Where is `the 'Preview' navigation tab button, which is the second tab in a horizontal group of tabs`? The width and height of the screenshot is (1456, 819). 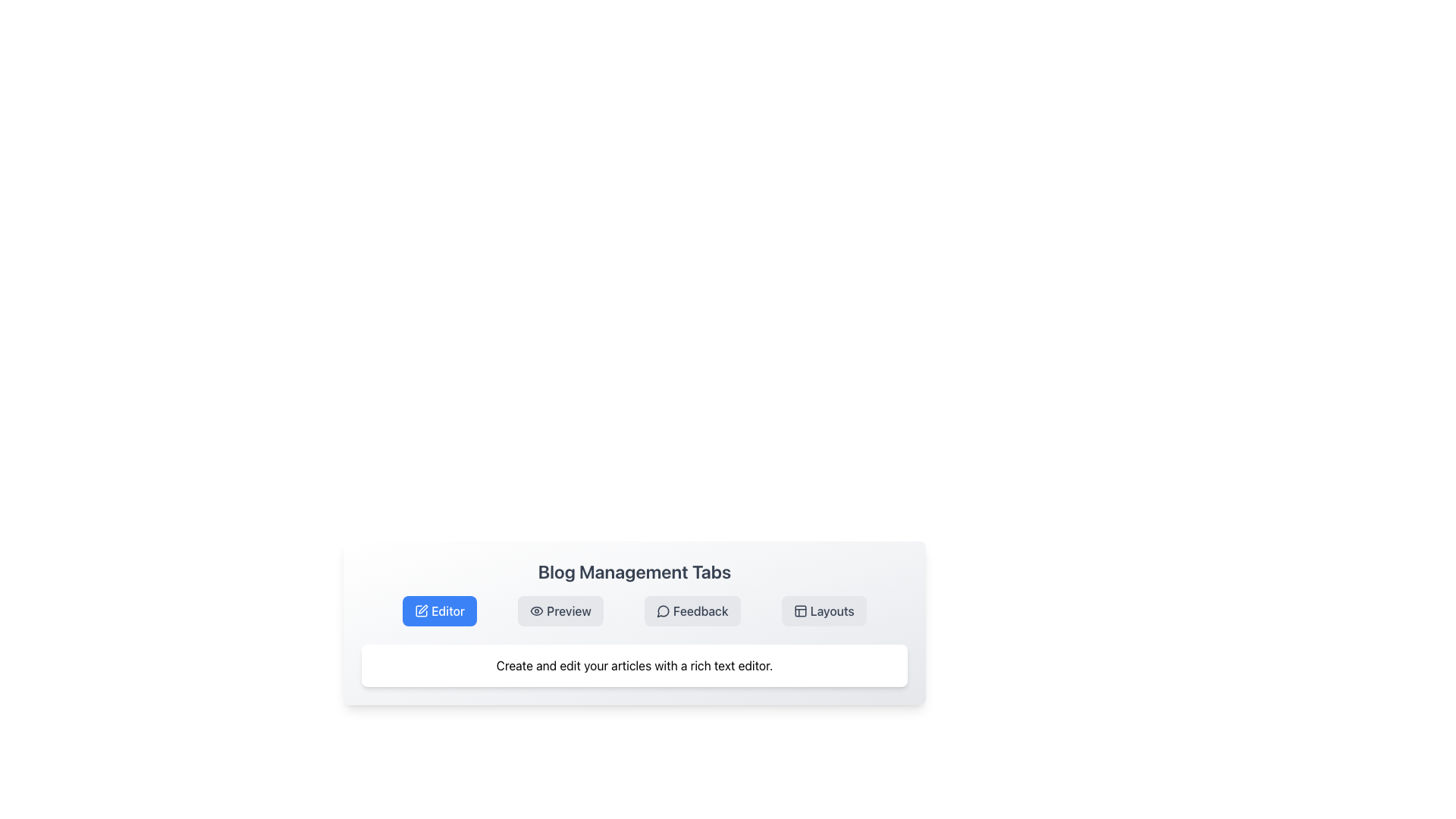
the 'Preview' navigation tab button, which is the second tab in a horizontal group of tabs is located at coordinates (560, 610).